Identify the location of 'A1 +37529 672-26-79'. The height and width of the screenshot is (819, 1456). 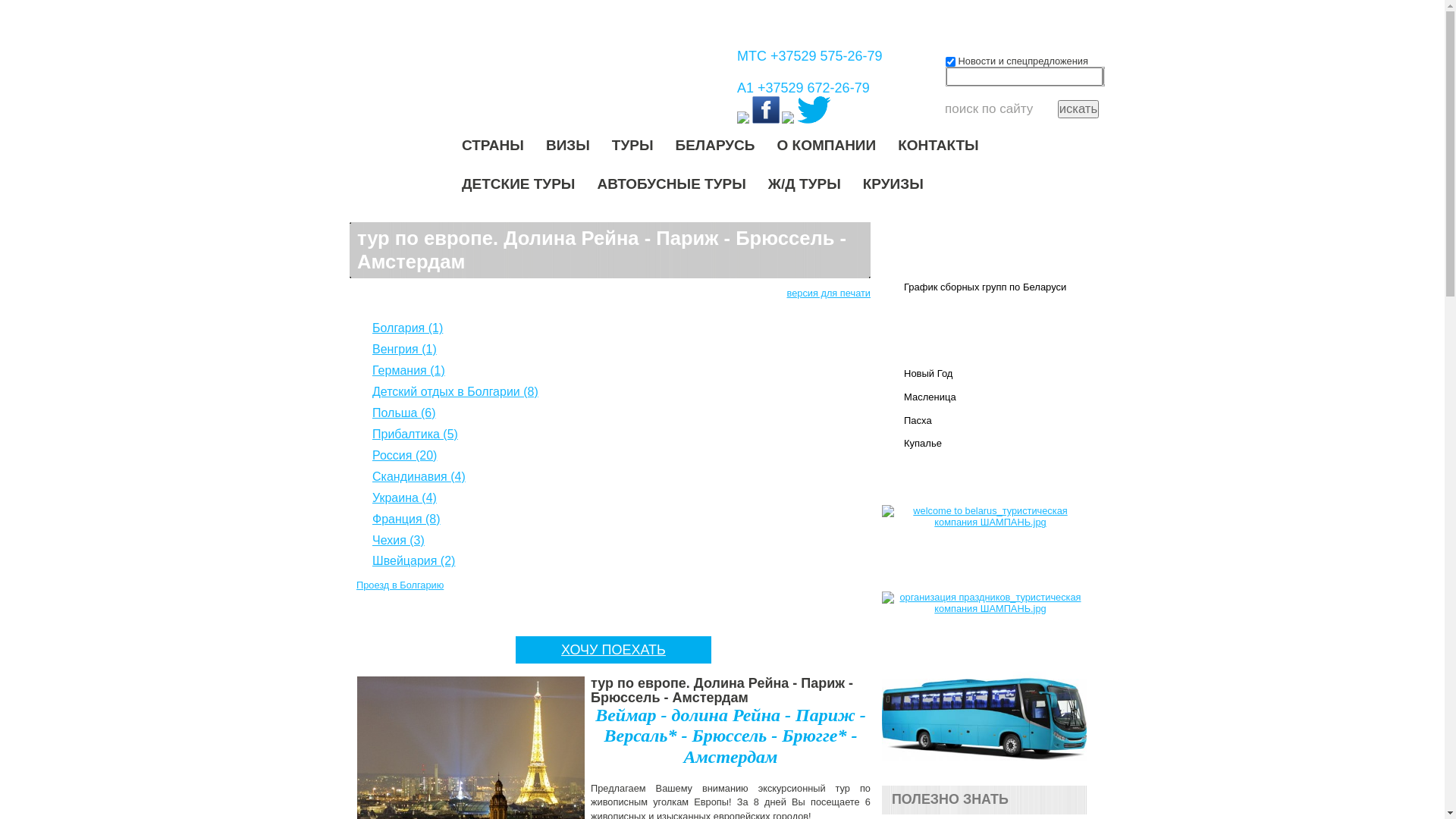
(802, 87).